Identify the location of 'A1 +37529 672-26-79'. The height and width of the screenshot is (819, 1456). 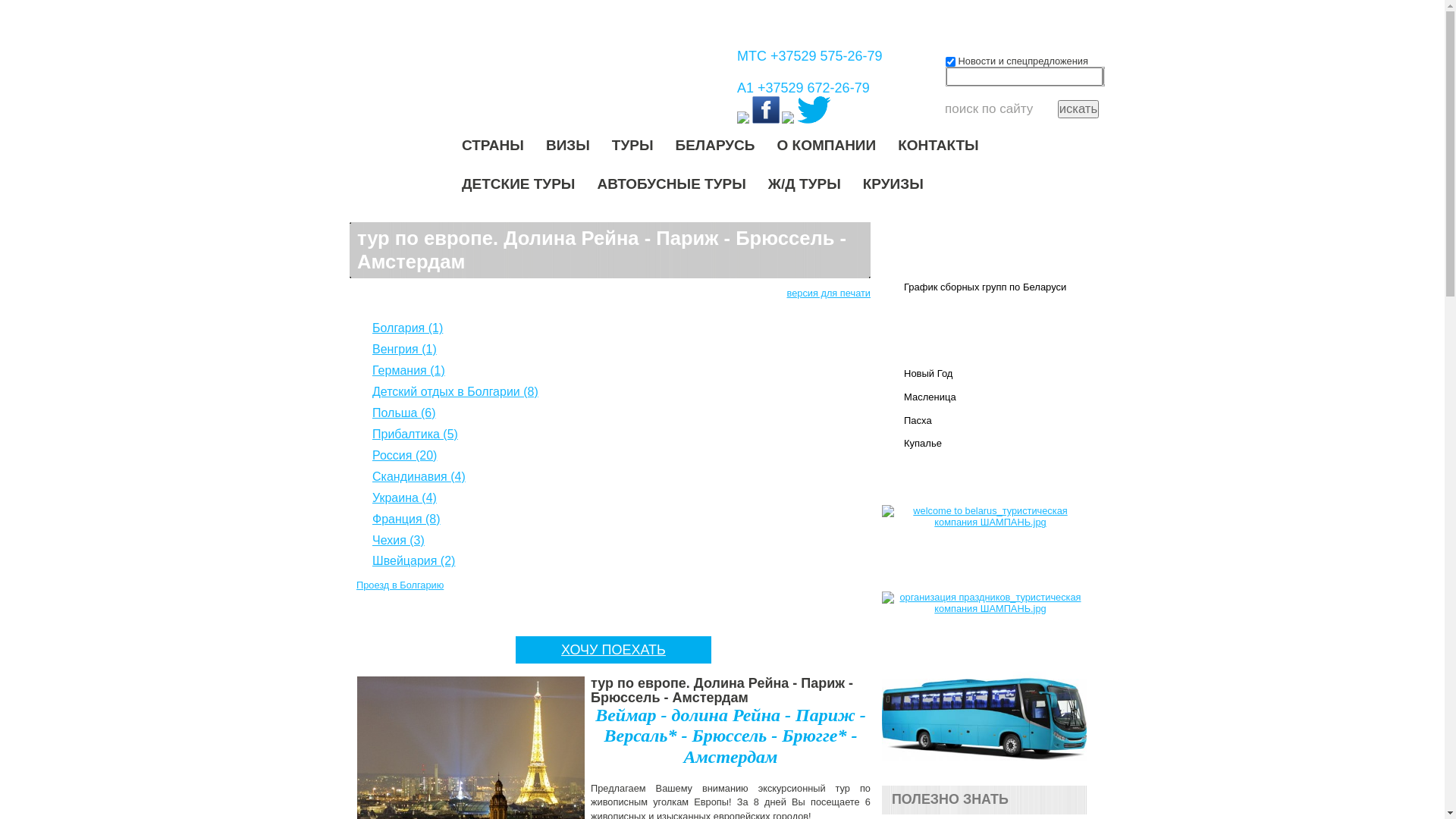
(802, 87).